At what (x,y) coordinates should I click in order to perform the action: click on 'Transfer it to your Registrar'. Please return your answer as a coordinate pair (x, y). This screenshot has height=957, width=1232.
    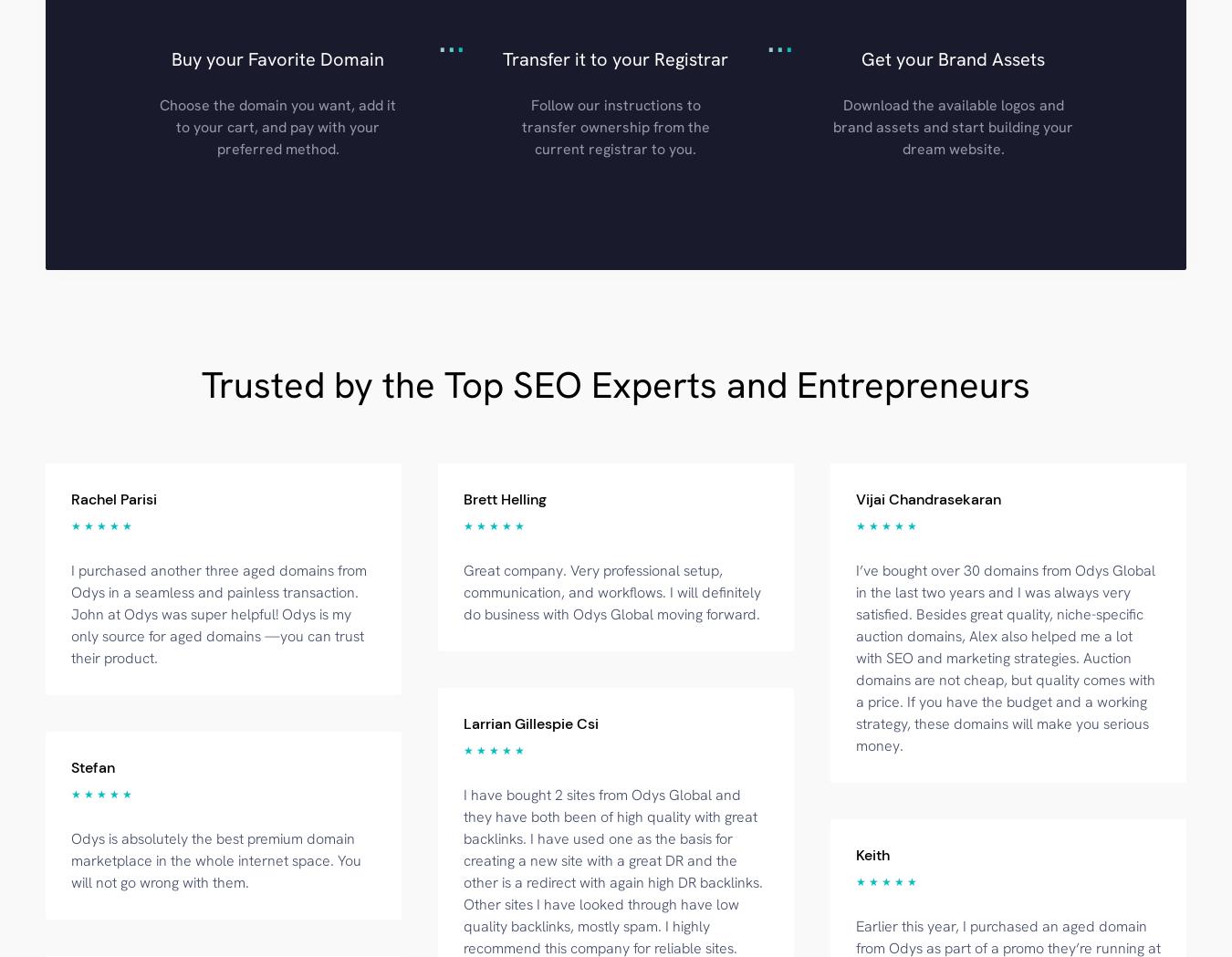
    Looking at the image, I should click on (615, 57).